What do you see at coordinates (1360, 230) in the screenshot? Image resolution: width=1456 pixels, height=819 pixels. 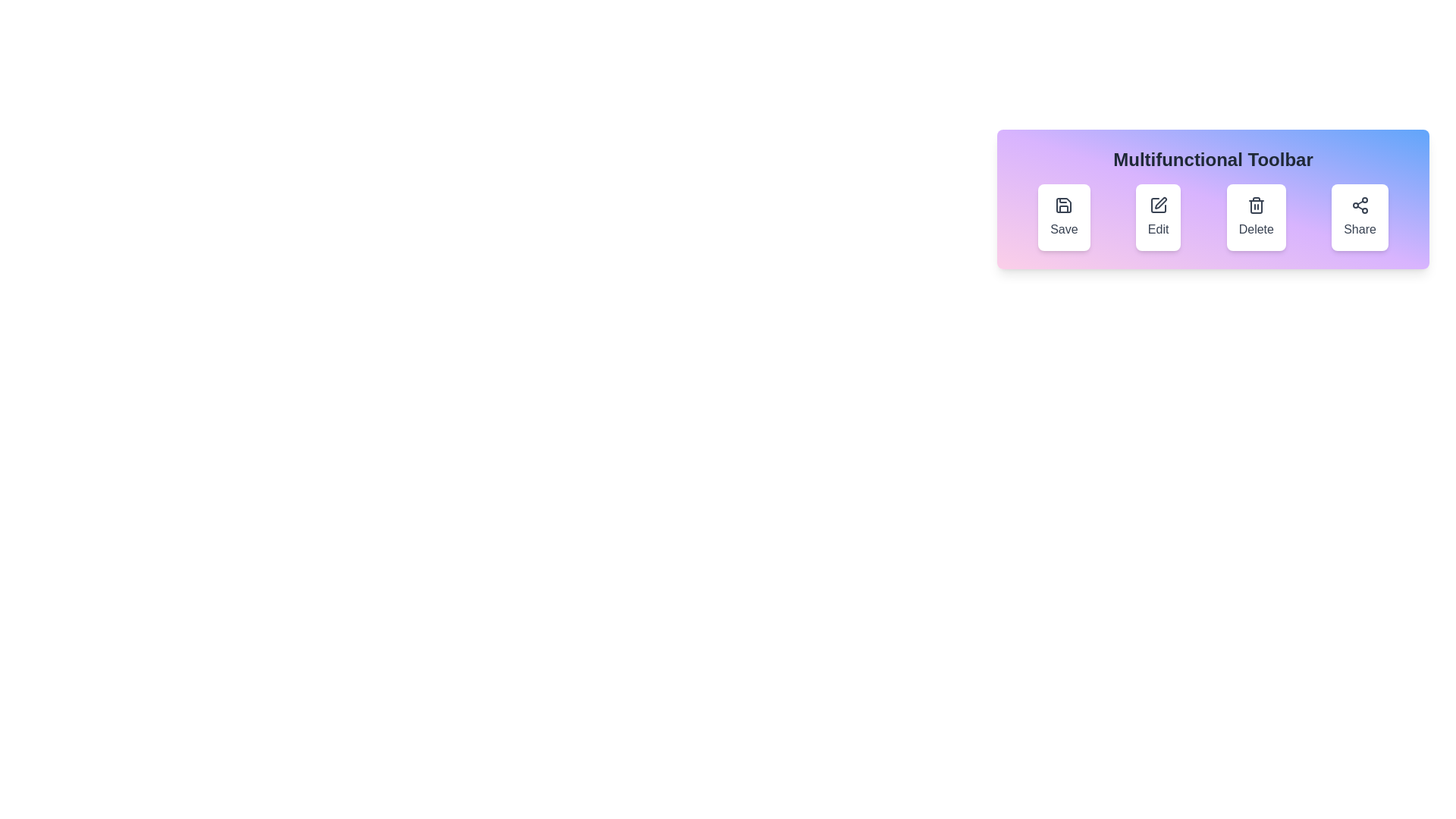 I see `label text 'Share' located beneath the share icon in the far-right button of the toolbar` at bounding box center [1360, 230].